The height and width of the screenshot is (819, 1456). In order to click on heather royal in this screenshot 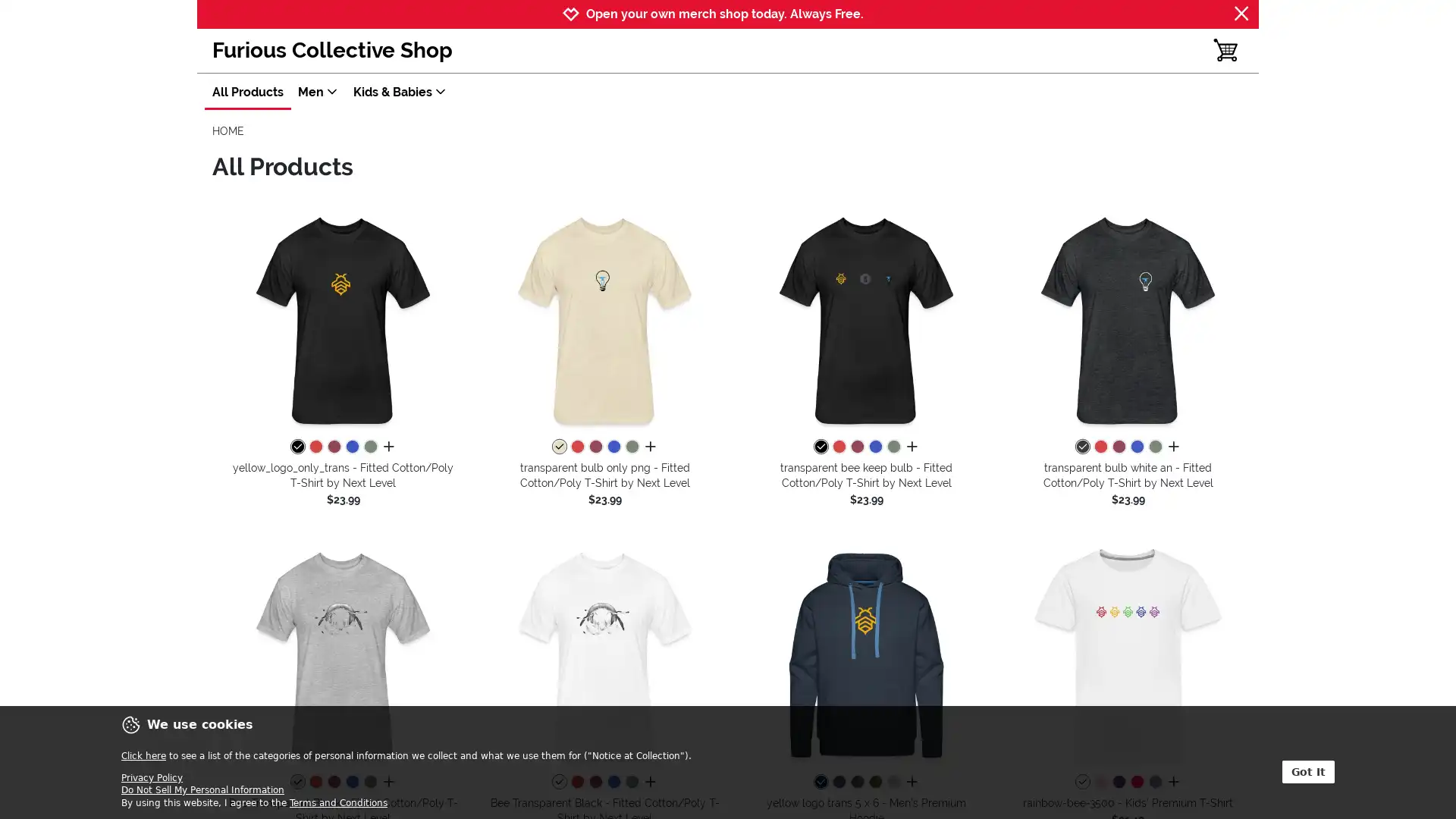, I will do `click(351, 783)`.